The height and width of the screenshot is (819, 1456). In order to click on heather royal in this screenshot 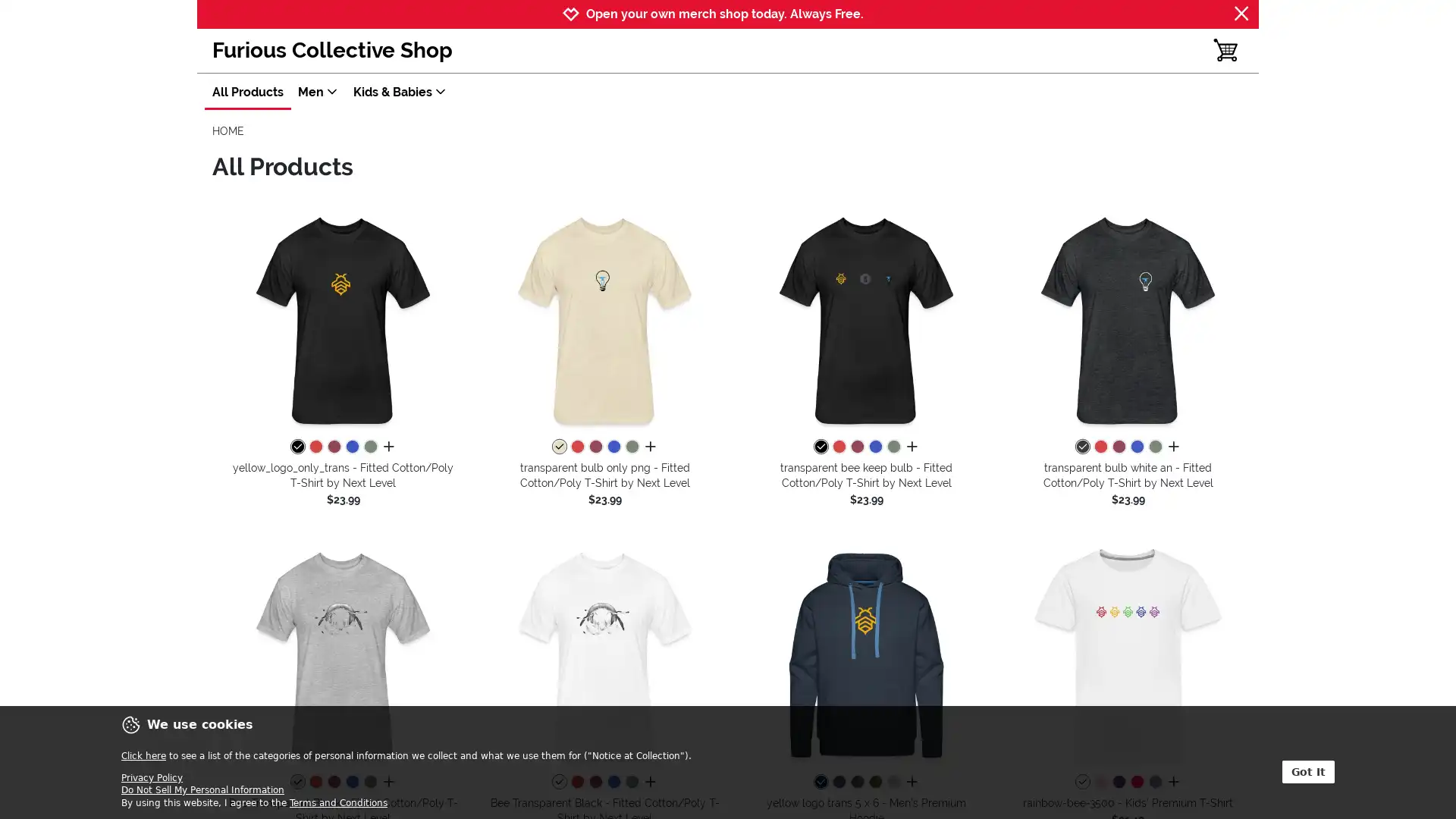, I will do `click(351, 783)`.